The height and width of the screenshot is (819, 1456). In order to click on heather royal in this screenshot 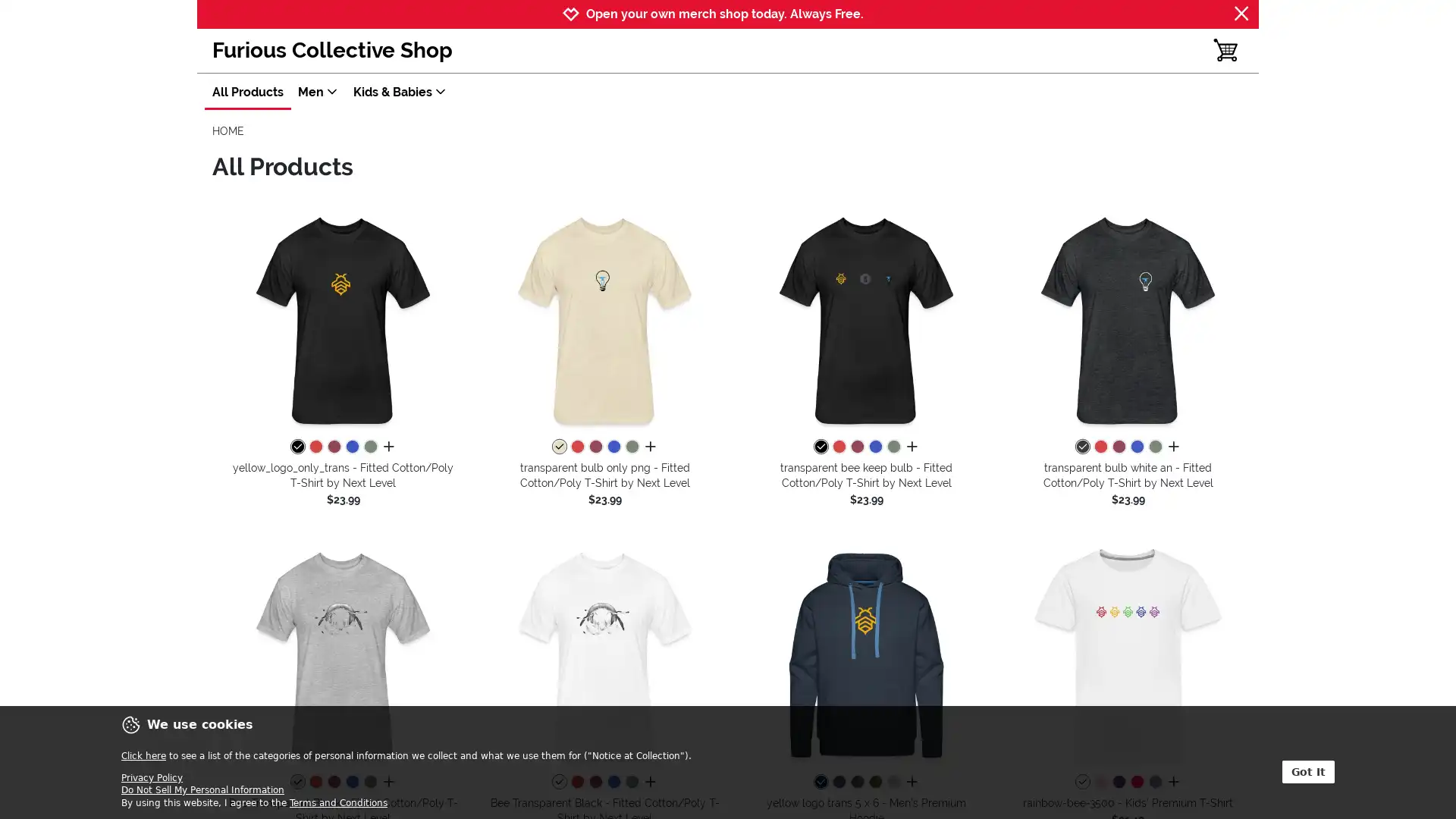, I will do `click(351, 783)`.